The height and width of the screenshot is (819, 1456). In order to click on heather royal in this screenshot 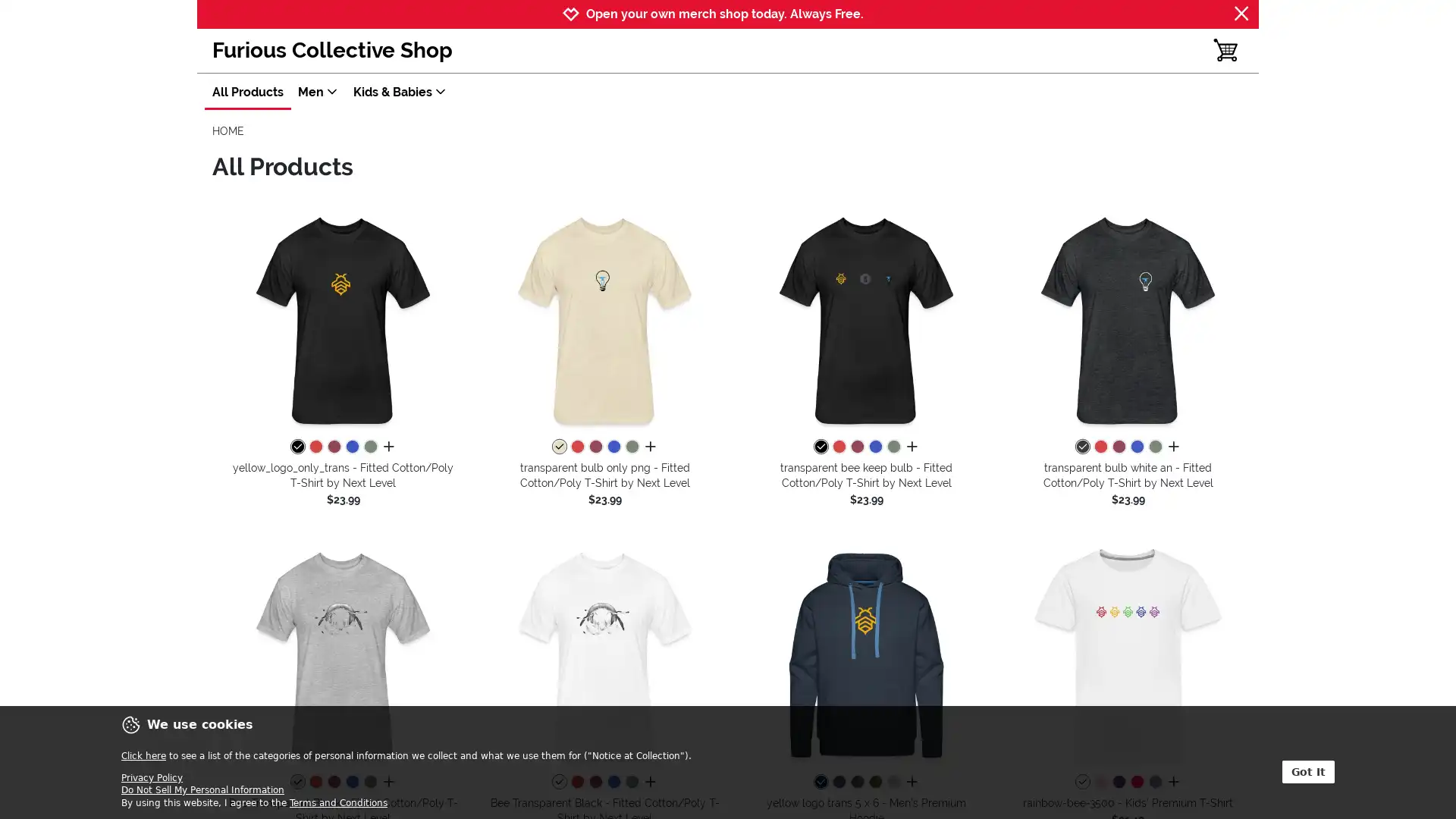, I will do `click(351, 783)`.